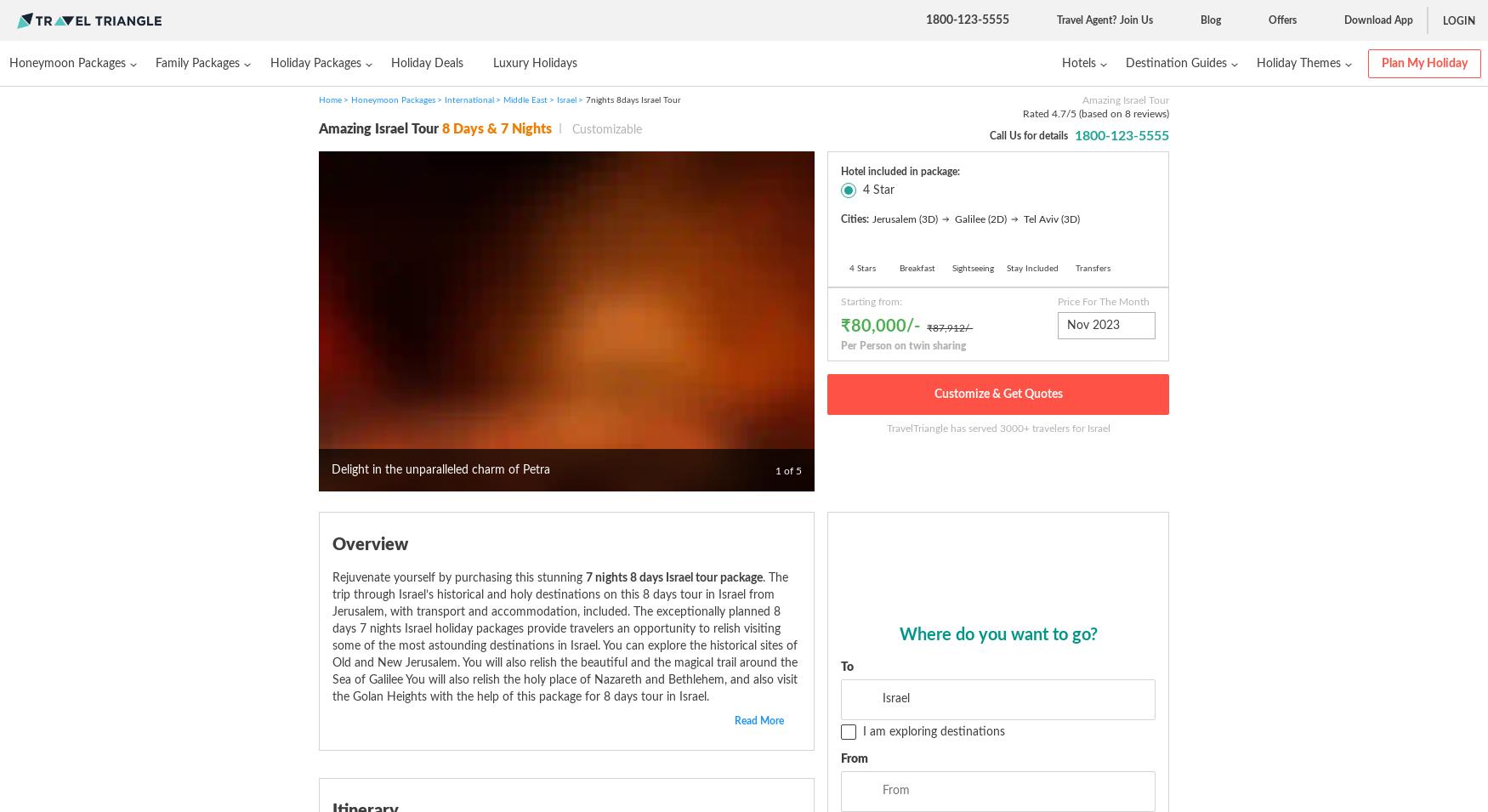  I want to click on 'Family Packages', so click(197, 62).